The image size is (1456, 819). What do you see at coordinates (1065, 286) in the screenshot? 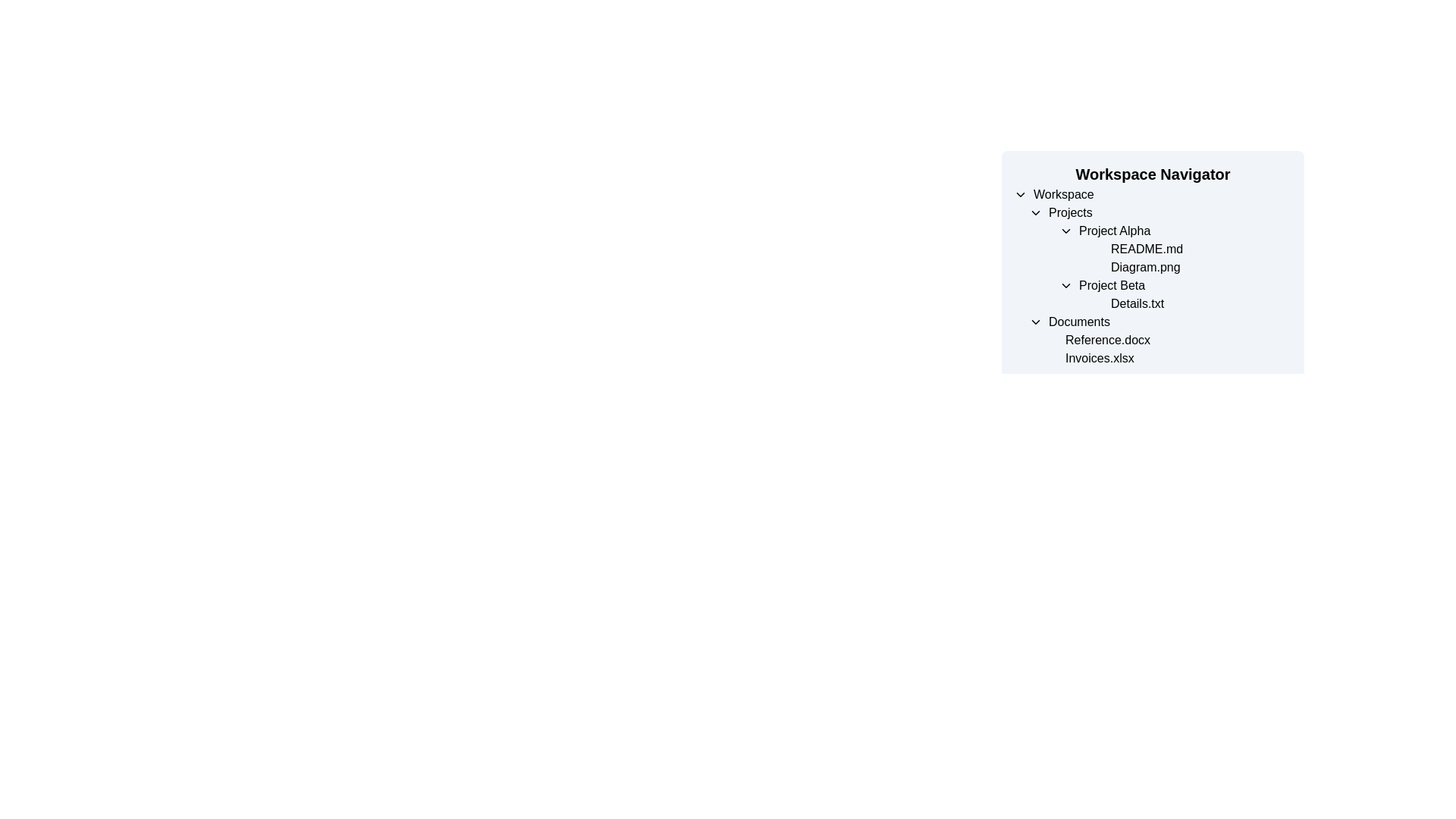
I see `the chevron icon located to the left of the 'Project Beta' label` at bounding box center [1065, 286].